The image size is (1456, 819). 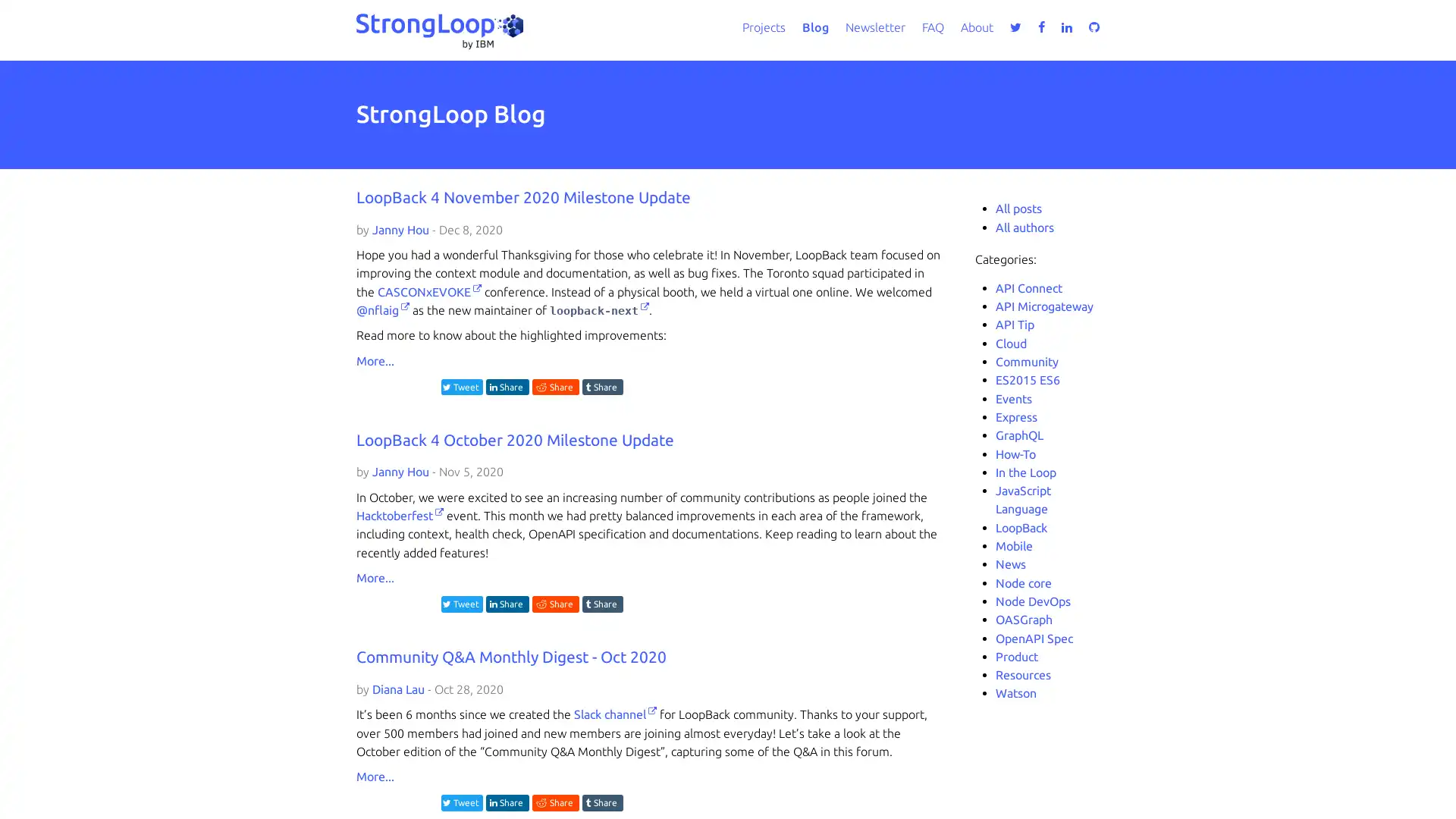 I want to click on close icon, so click(x=1444, y=704).